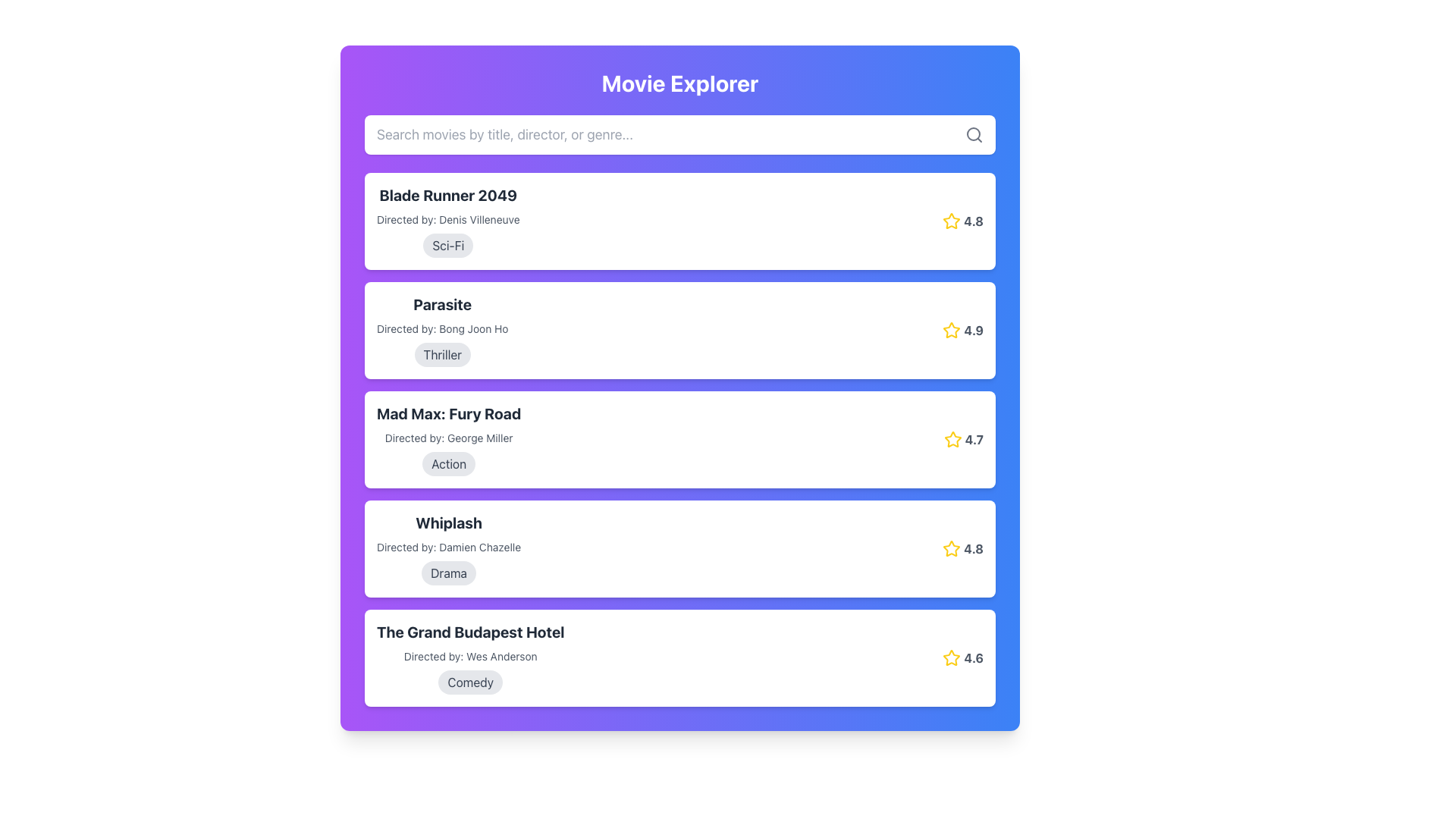 The width and height of the screenshot is (1456, 819). I want to click on the text element displaying 'Whiplash' in large bold dark gray font, so click(448, 522).